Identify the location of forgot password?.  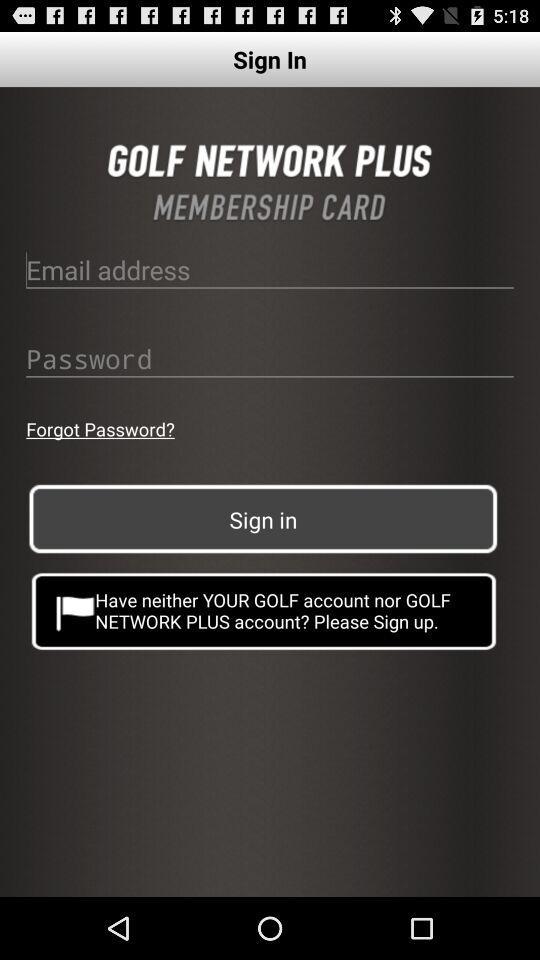
(99, 429).